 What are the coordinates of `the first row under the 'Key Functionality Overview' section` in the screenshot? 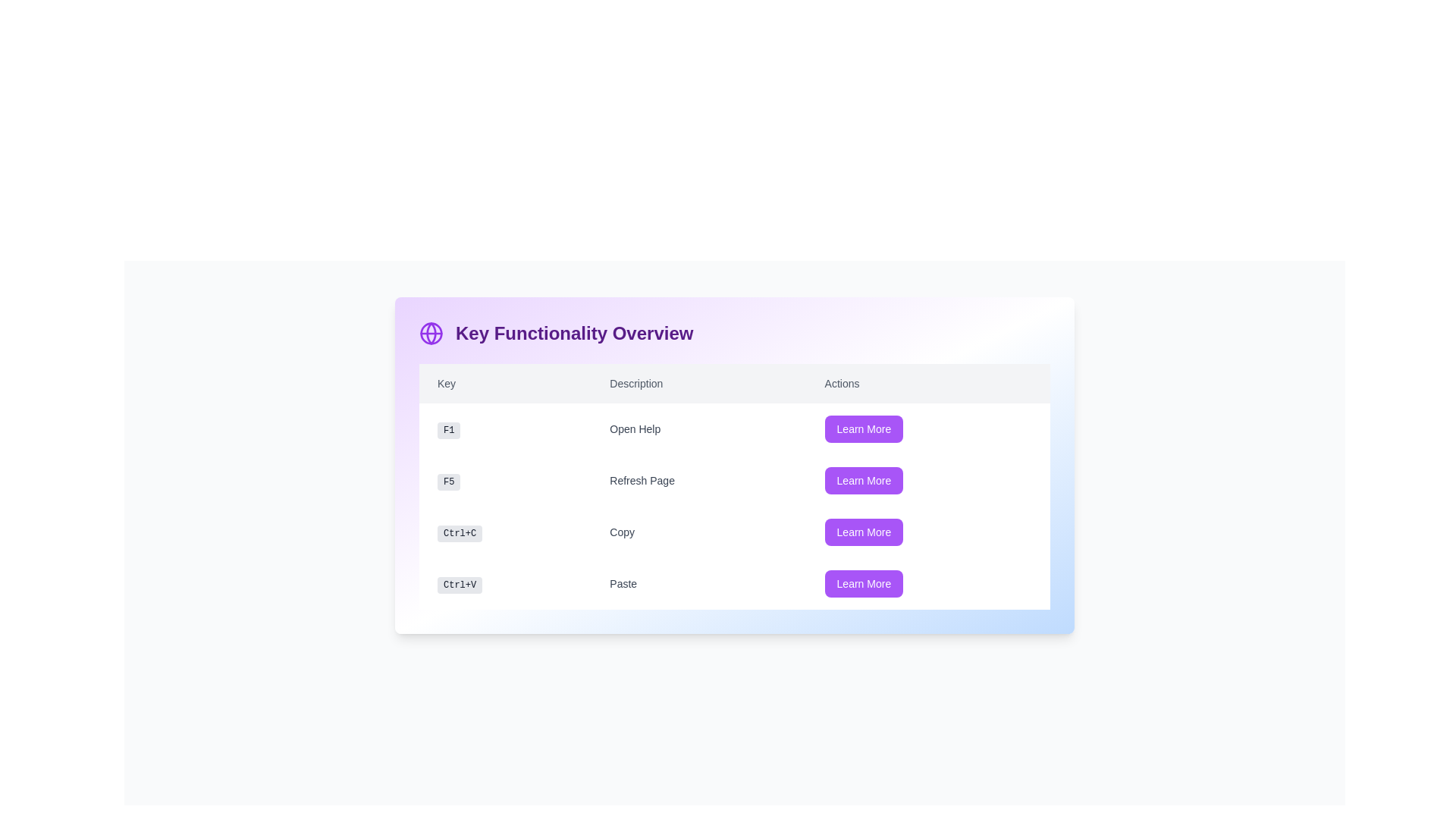 It's located at (735, 429).